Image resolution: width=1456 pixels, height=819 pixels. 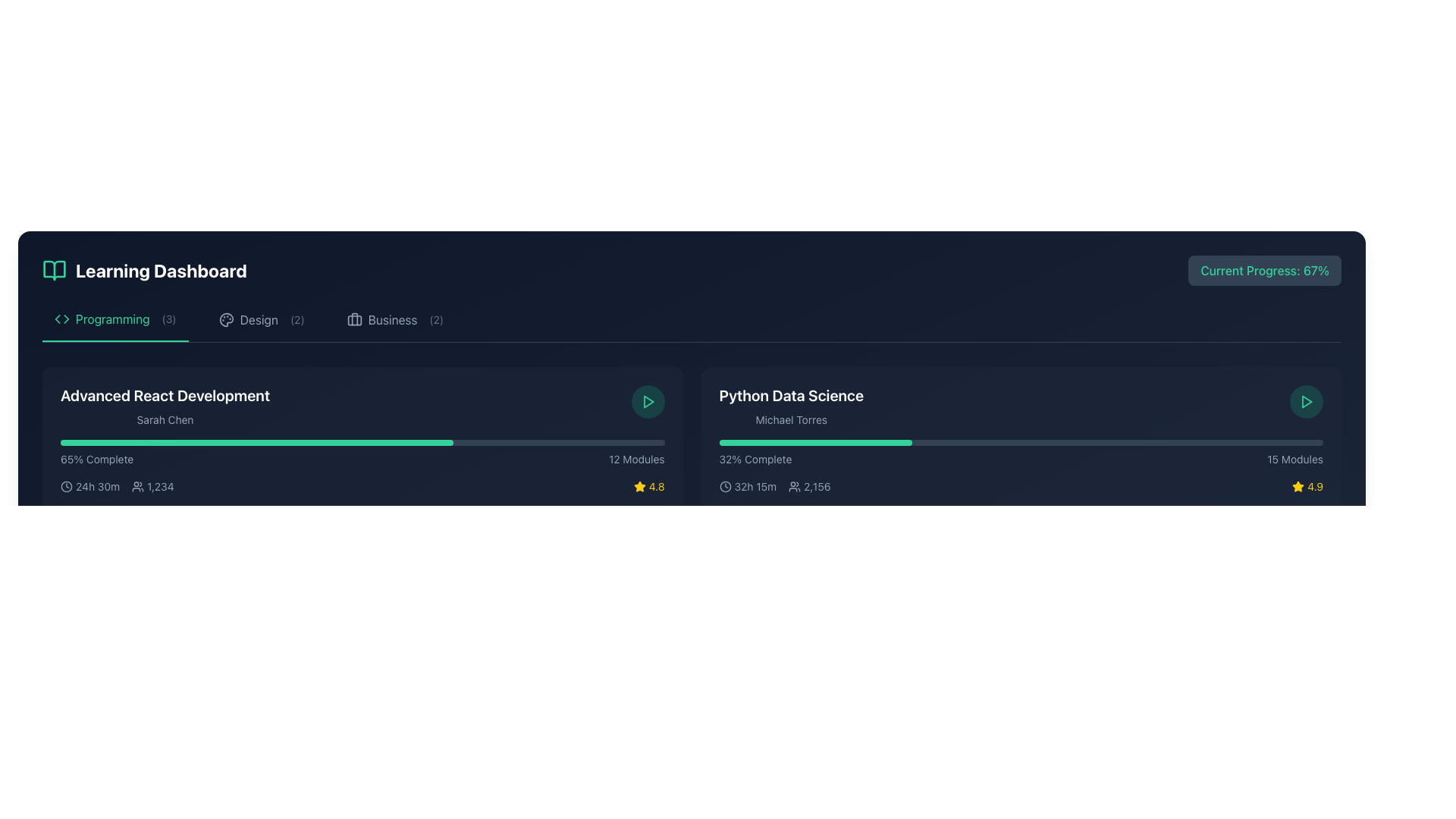 I want to click on the circular palette icon located within the 'Design' tab, which is characterized by its light gray outline and small circular indentations for color areas, so click(x=225, y=318).